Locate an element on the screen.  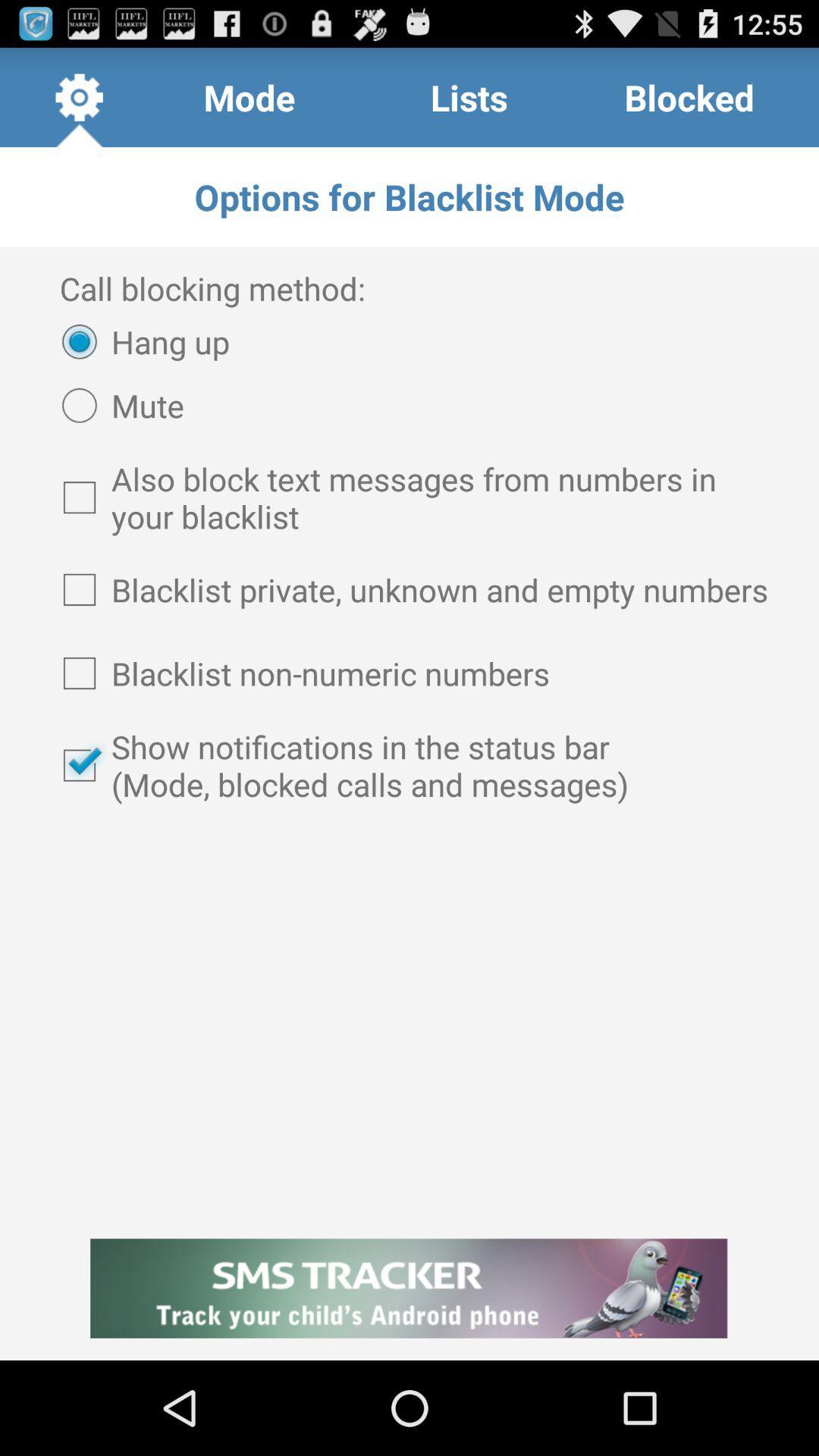
show notifications in item is located at coordinates (409, 765).